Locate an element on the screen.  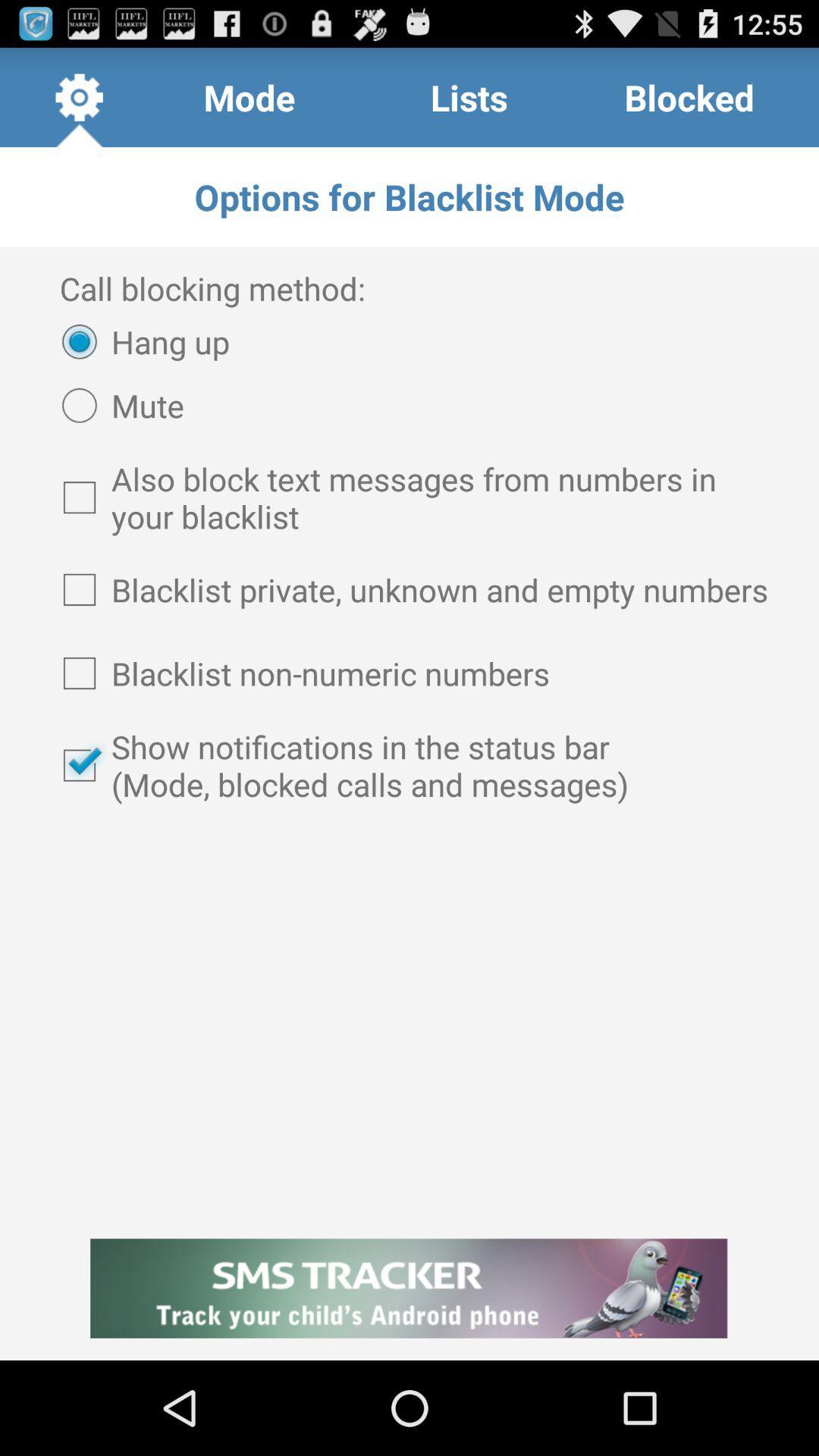
show notifications in item is located at coordinates (409, 765).